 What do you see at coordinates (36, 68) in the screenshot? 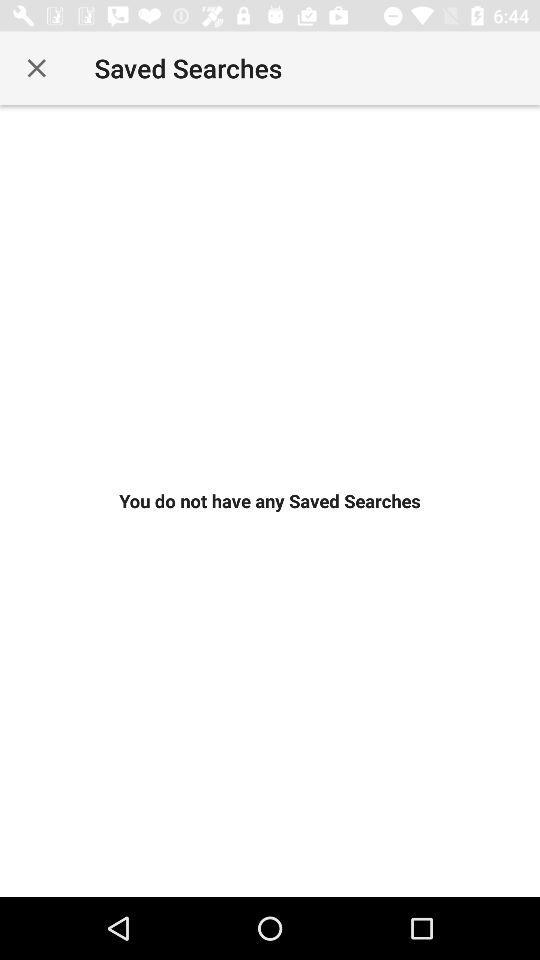
I see `icon at the top left corner` at bounding box center [36, 68].